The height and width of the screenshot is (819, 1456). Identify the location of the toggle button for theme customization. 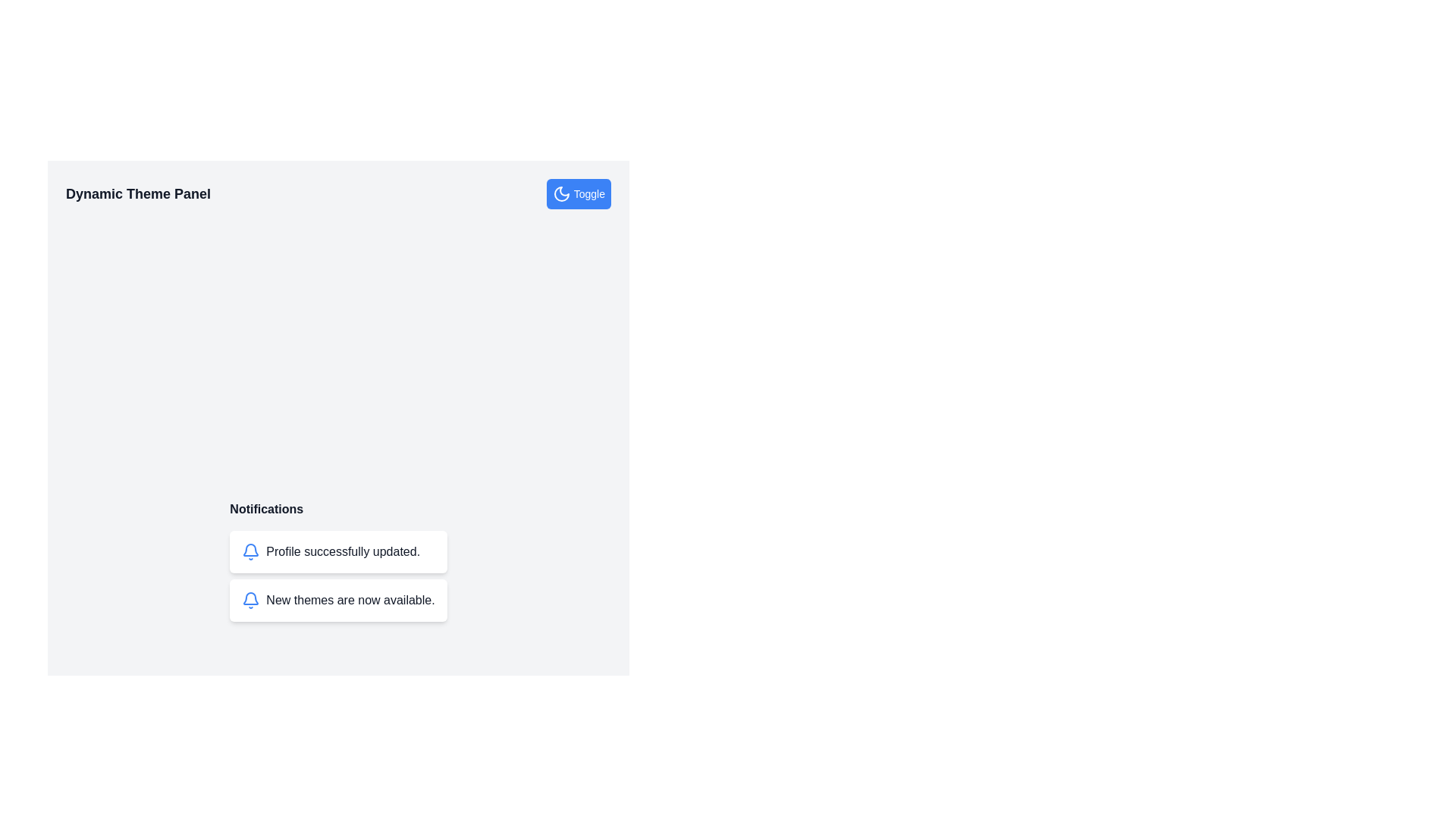
(578, 193).